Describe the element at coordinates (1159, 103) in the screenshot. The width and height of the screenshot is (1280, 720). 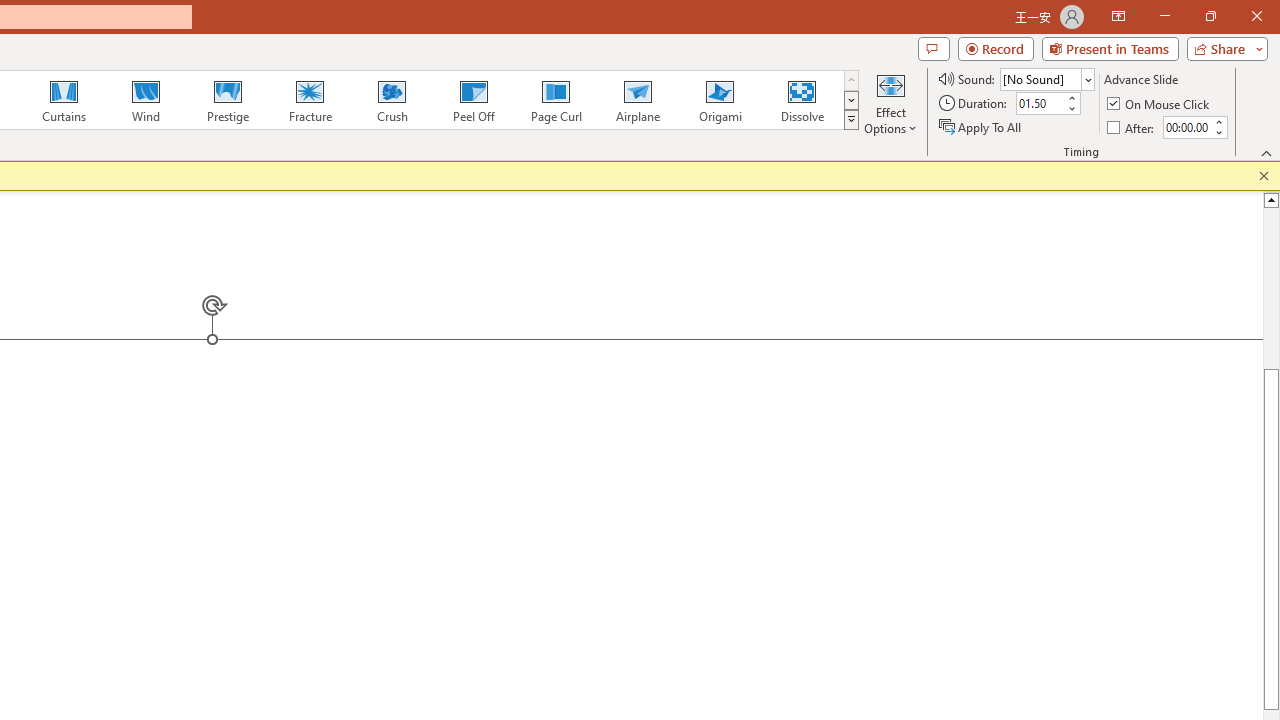
I see `'On Mouse Click'` at that location.